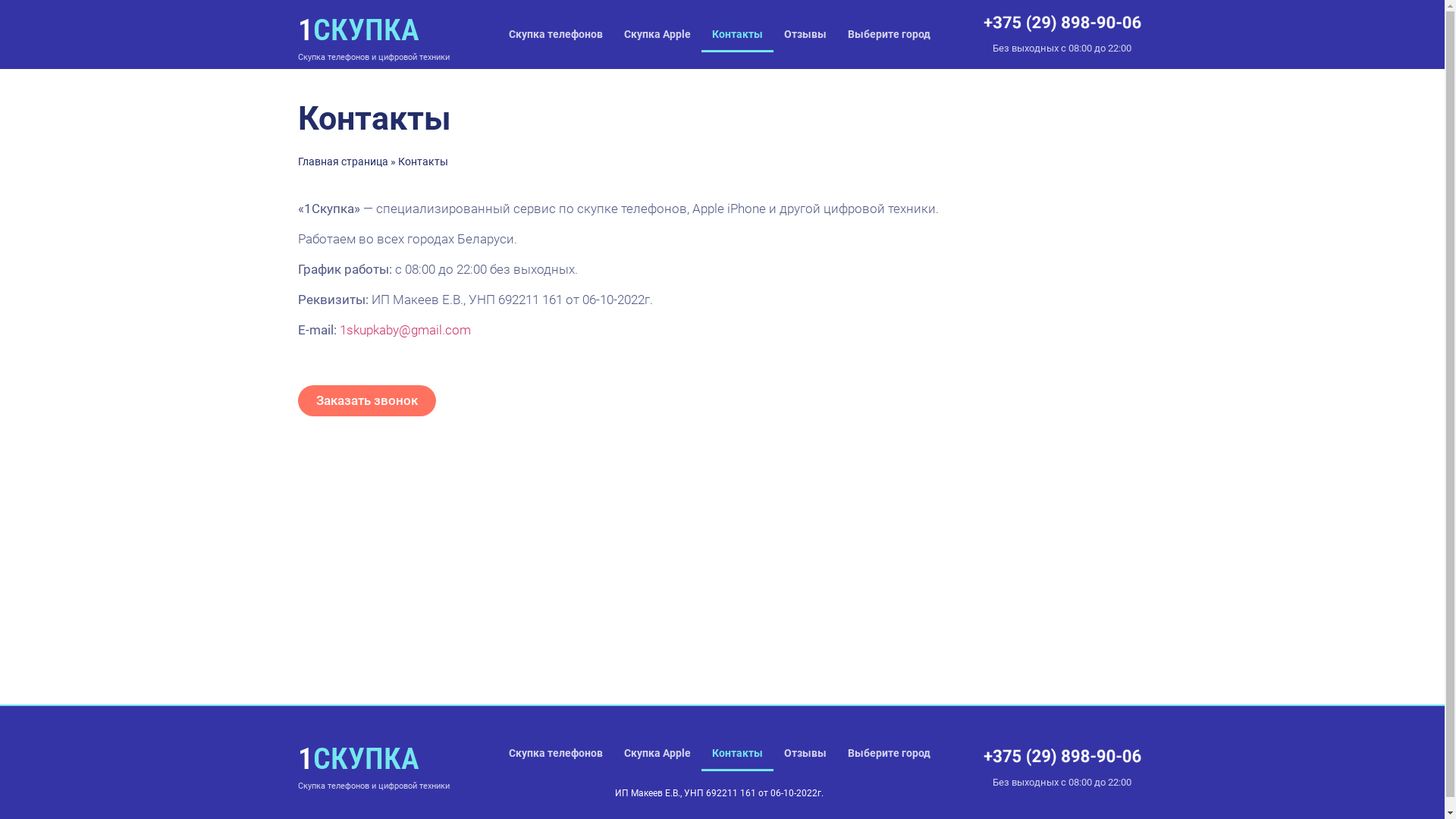  I want to click on '1skupkaby@gmail.com', so click(338, 329).